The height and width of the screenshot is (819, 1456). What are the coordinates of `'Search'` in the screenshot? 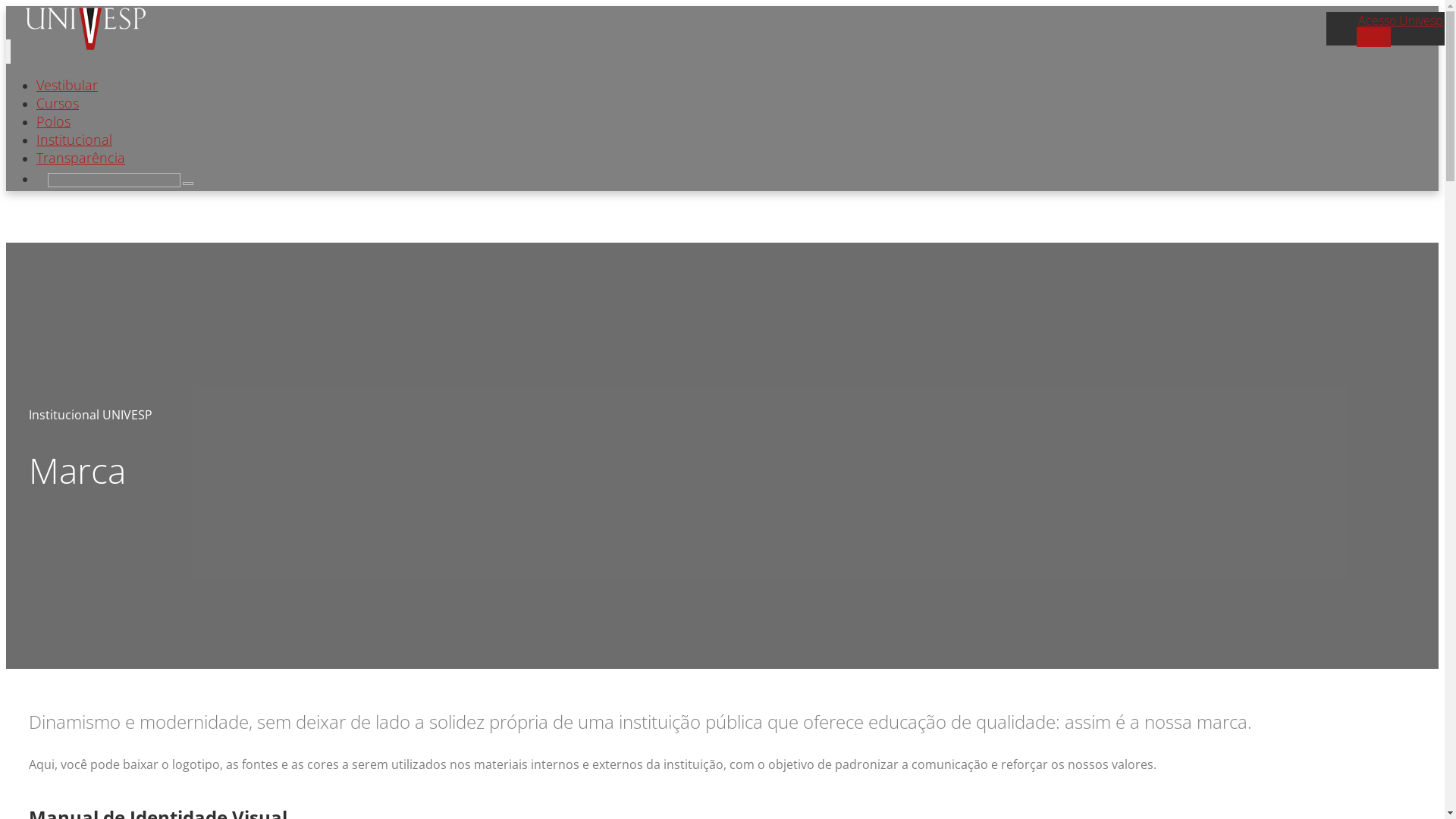 It's located at (187, 183).